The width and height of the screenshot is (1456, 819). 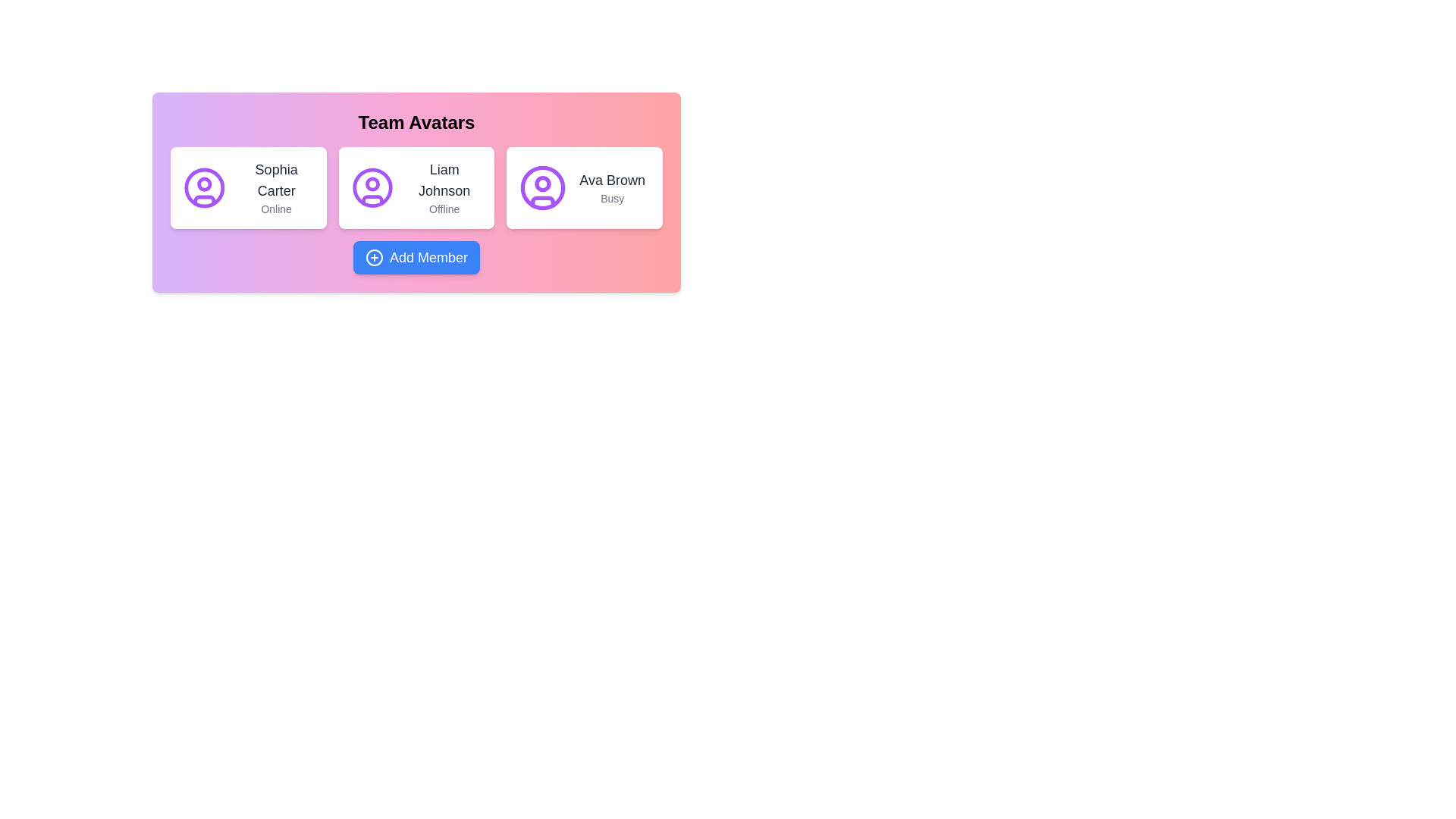 I want to click on the text label that reads 'Busy', which is styled in small gray font and located beneath 'Ava Brown' in the rightmost card of the 'Team Avatars' section, so click(x=612, y=198).